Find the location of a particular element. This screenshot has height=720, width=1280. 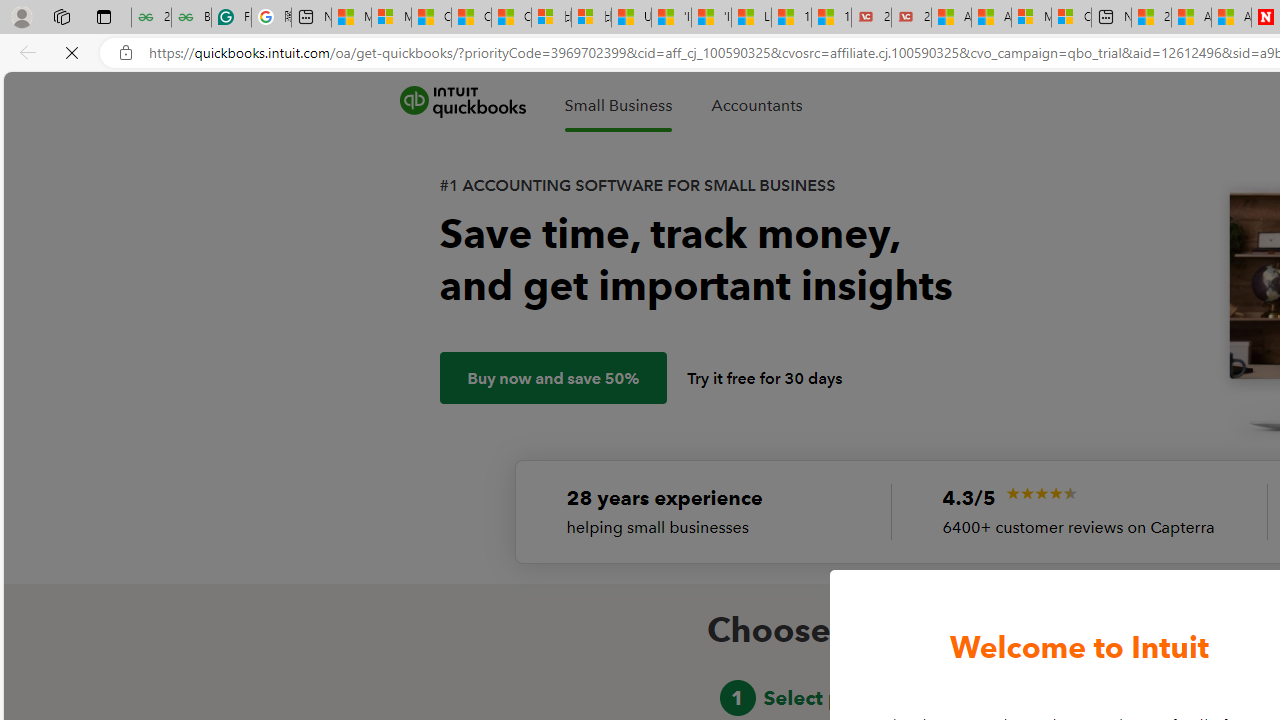

'Small Business' is located at coordinates (617, 105).